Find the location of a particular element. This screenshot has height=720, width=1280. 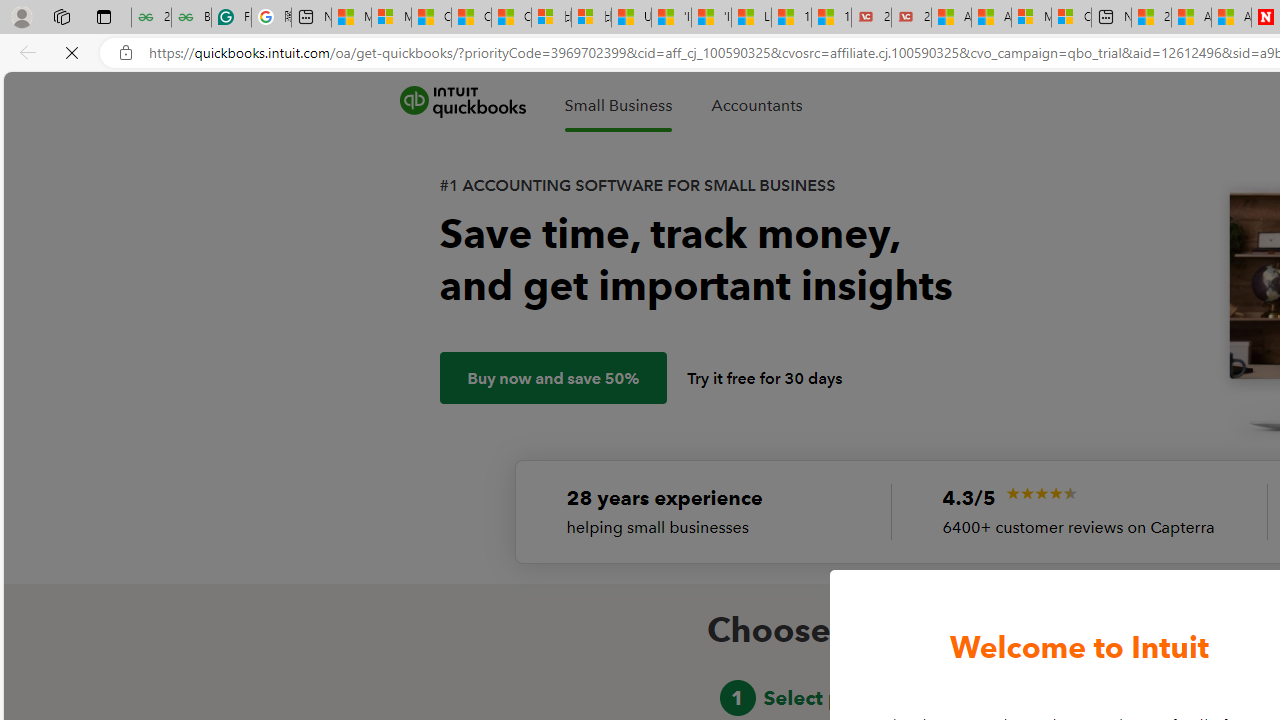

'Small Business' is located at coordinates (617, 105).